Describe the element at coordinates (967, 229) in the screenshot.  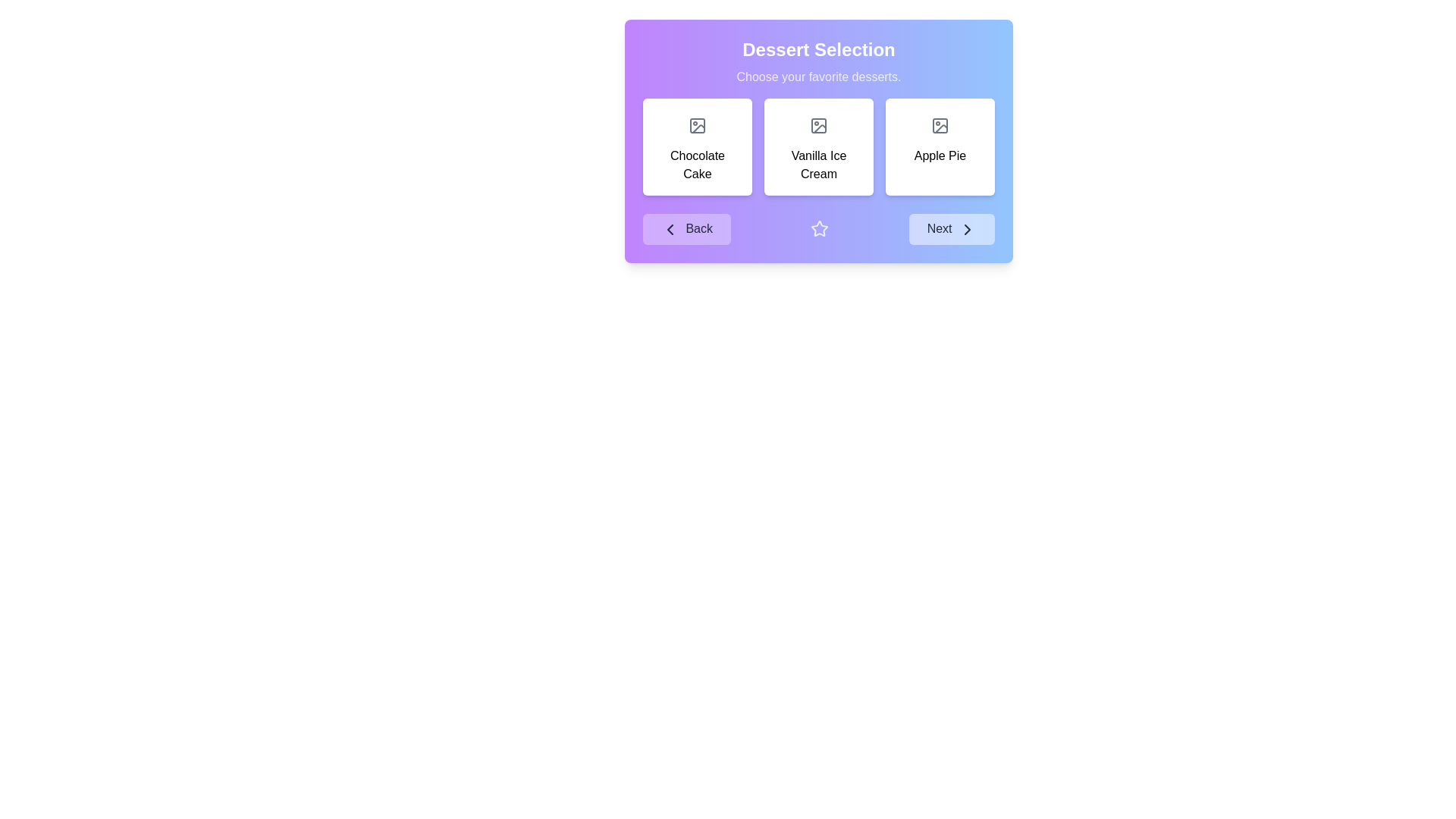
I see `the rightward arrow icon associated with the 'Next' button located at the lower-right corner of the interface` at that location.